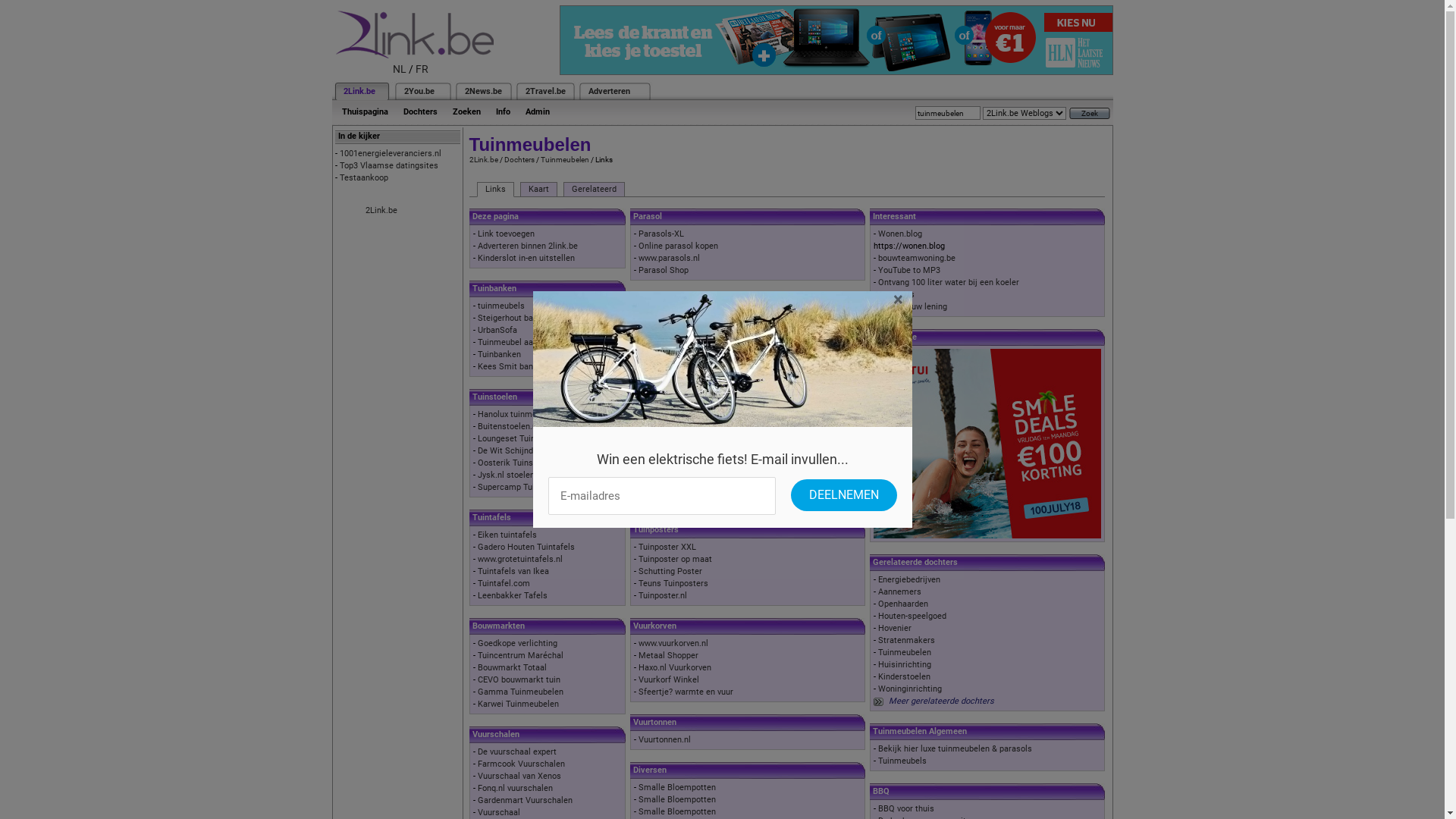 This screenshot has width=1456, height=819. I want to click on 'Testaankoop', so click(364, 177).